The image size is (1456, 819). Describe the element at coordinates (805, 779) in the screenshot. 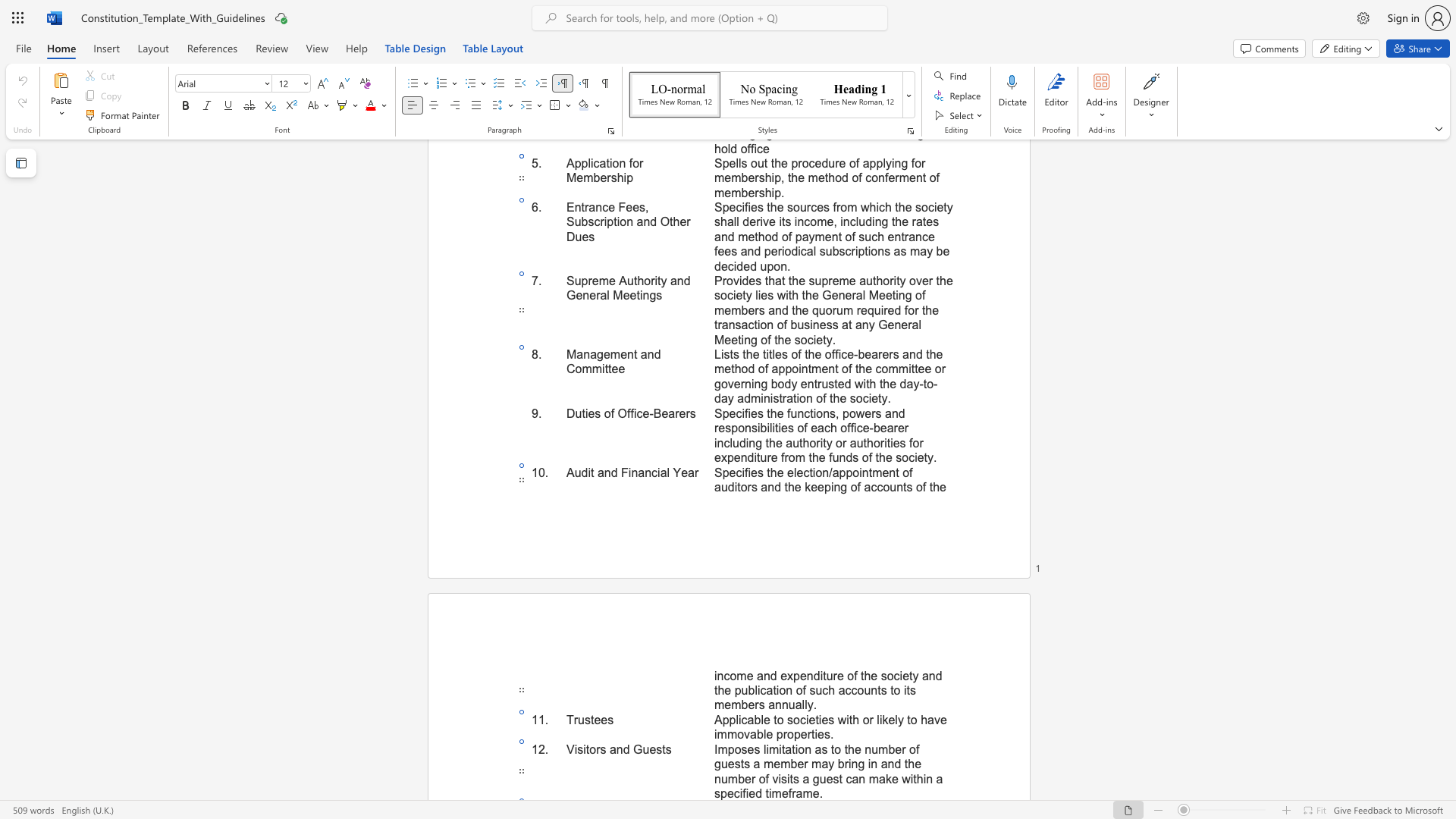

I see `the 6th character "a" in the text` at that location.